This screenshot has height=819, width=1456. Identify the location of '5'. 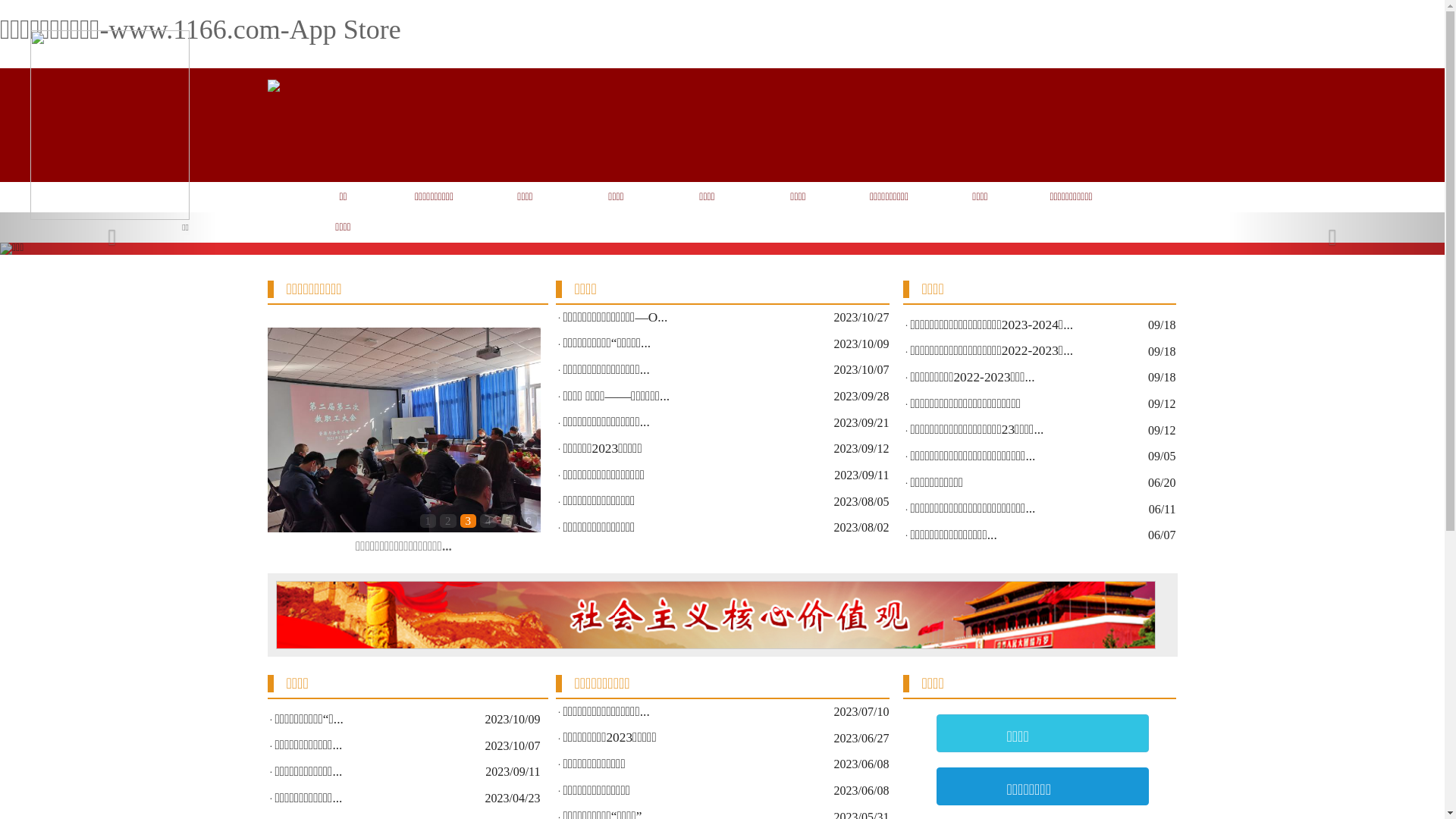
(509, 519).